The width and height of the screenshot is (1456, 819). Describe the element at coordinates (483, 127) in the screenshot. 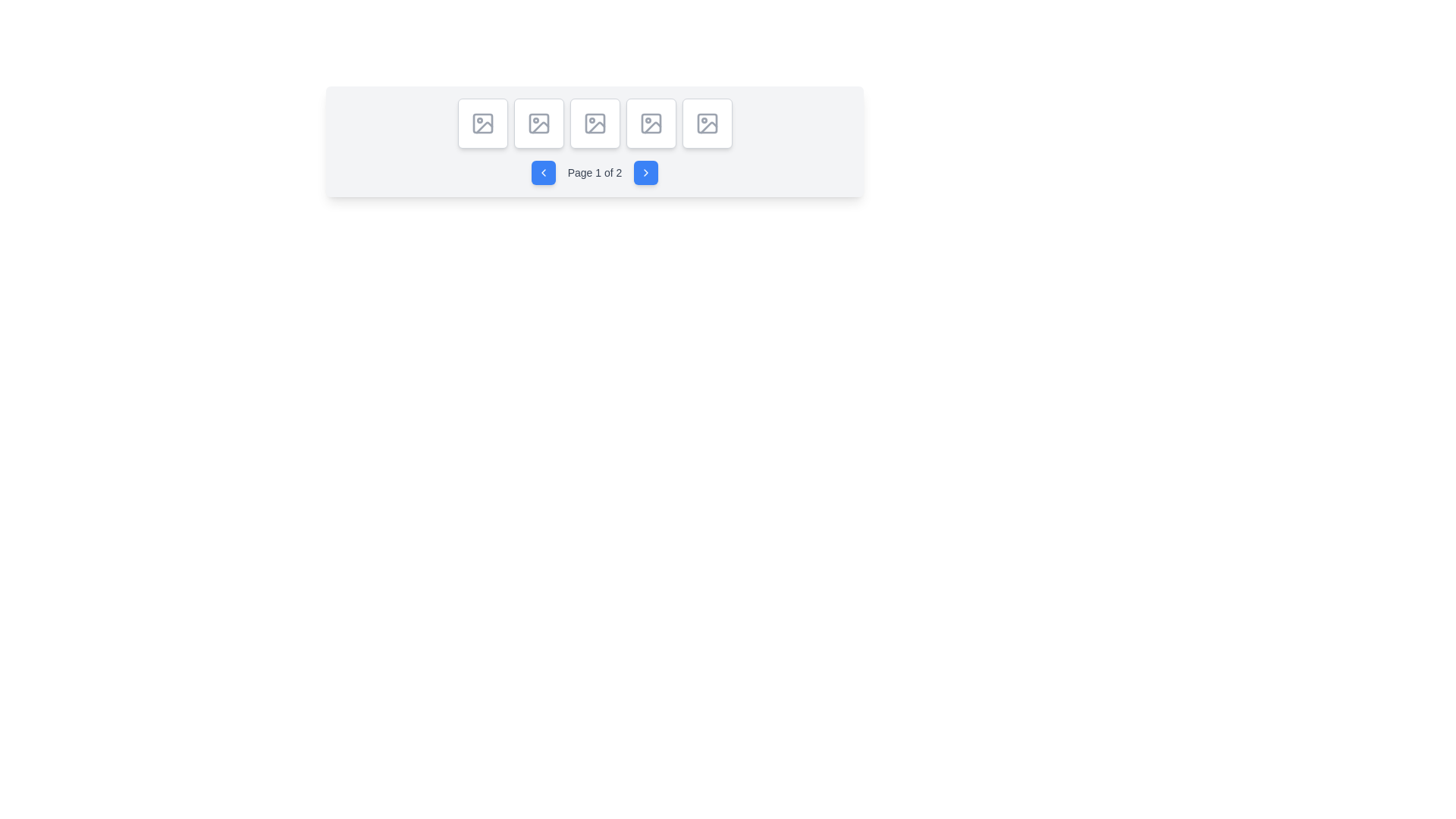

I see `the decorative graphical component, which is a diagonal line shape within the SVG, located in the bottom right corner of the placeholder icon in the first position of the horizontal row of icons` at that location.